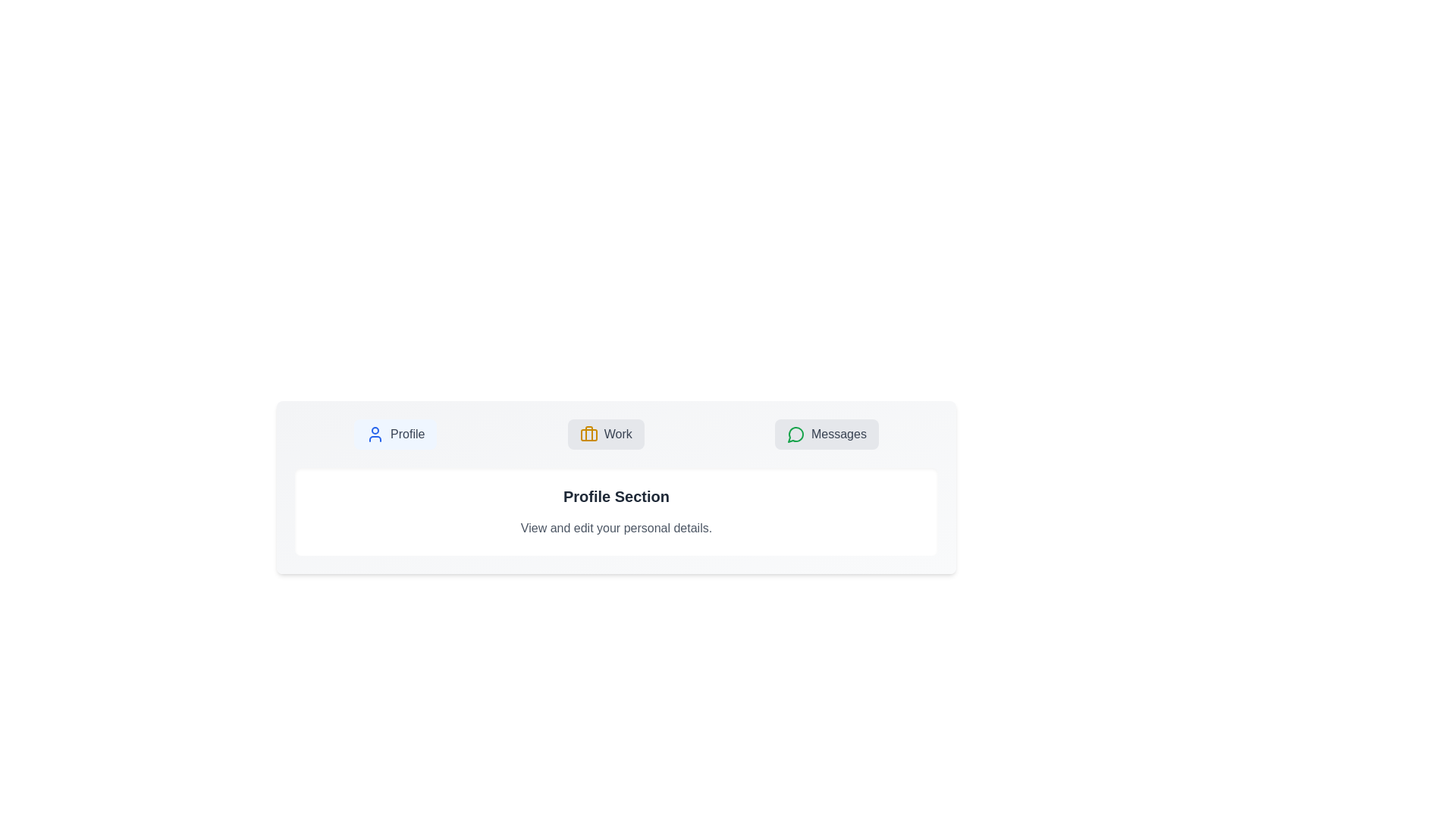 The height and width of the screenshot is (819, 1456). What do you see at coordinates (395, 435) in the screenshot?
I see `the Profile button to display its associated content` at bounding box center [395, 435].